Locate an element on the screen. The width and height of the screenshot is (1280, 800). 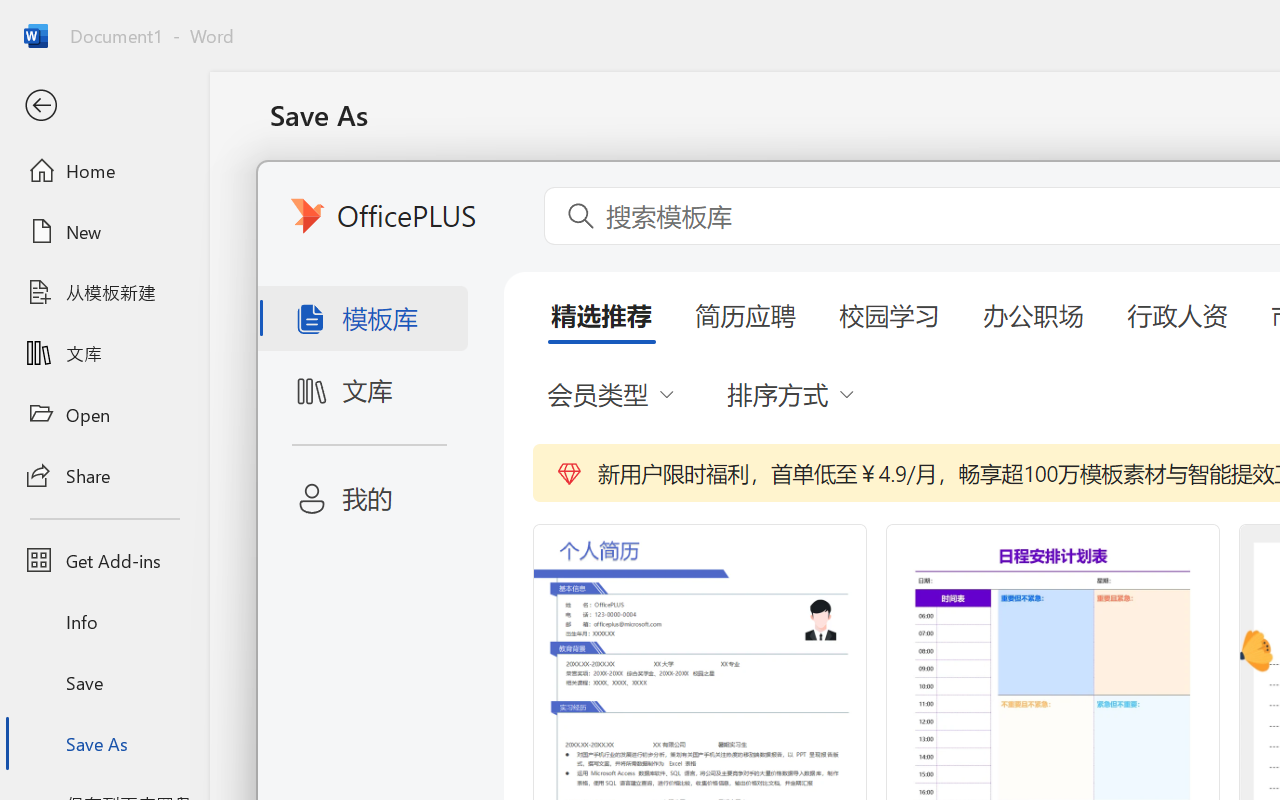
'Get Add-ins' is located at coordinates (103, 560).